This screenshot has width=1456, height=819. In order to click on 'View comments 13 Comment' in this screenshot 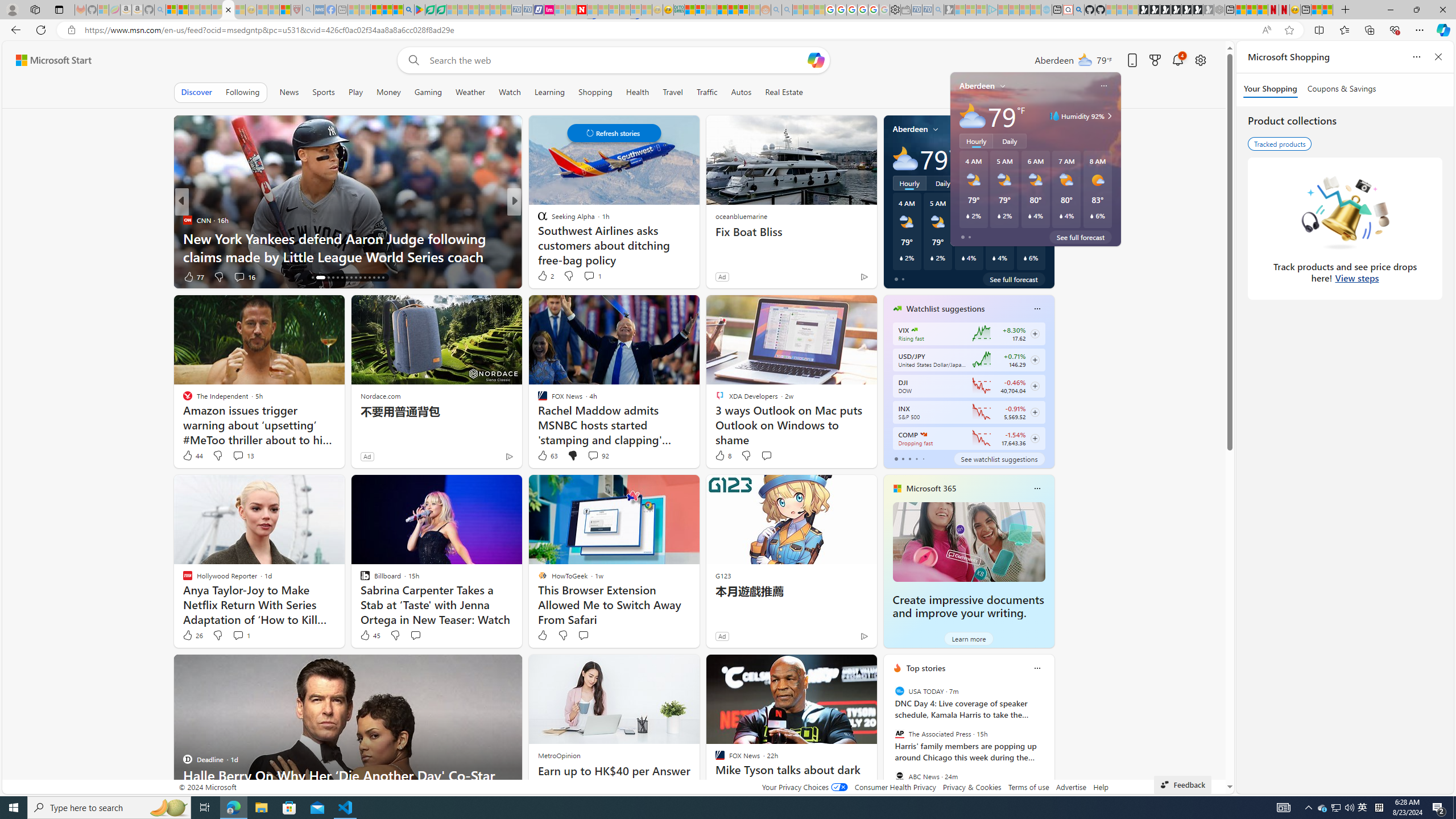, I will do `click(237, 455)`.